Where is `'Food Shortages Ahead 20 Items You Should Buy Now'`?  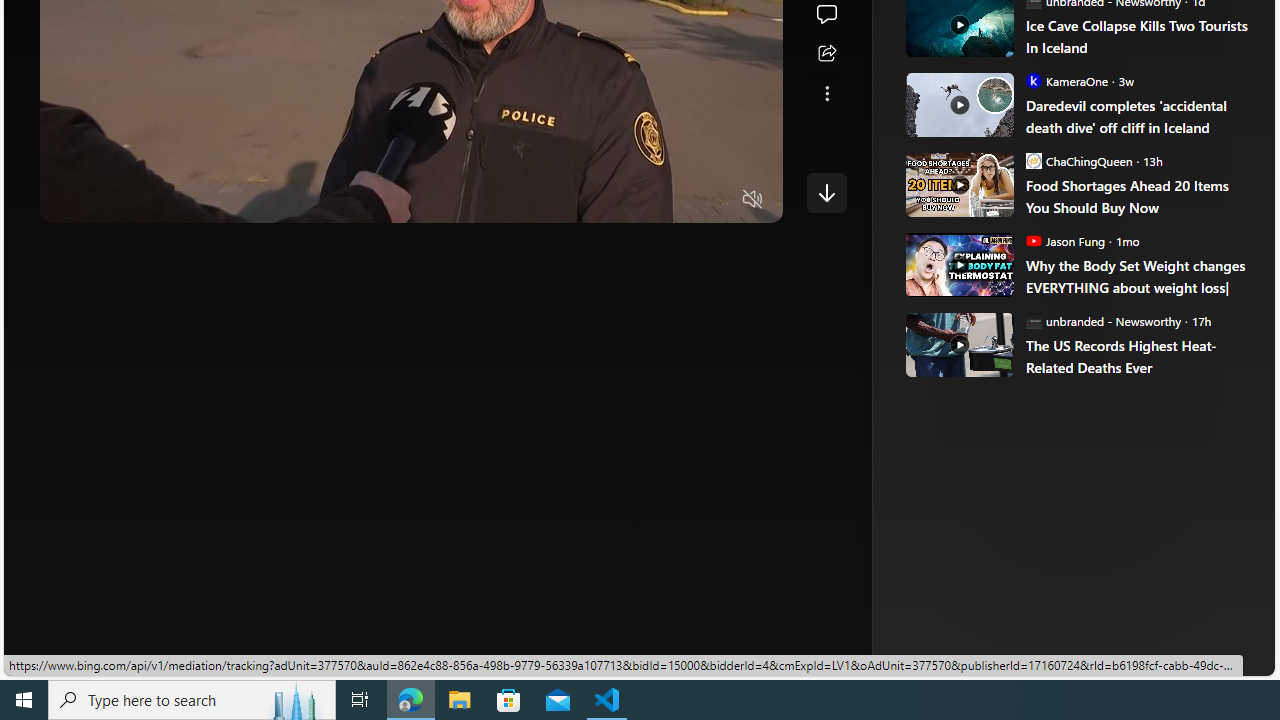 'Food Shortages Ahead 20 Items You Should Buy Now' is located at coordinates (1136, 196).